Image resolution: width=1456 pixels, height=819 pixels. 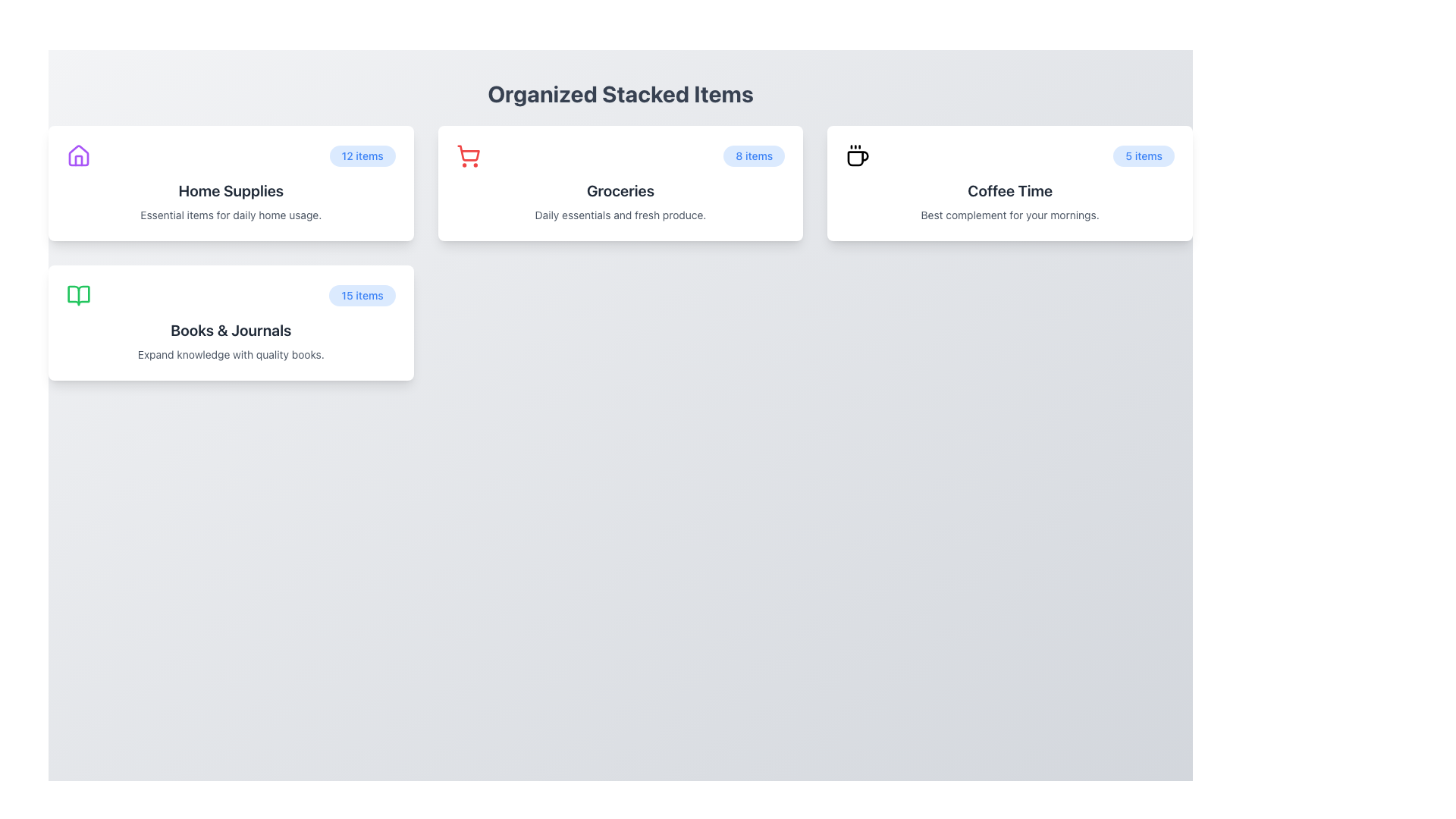 What do you see at coordinates (78, 155) in the screenshot?
I see `the purple house icon located to the left of the 'Home Supplies' label in the top row of cards` at bounding box center [78, 155].